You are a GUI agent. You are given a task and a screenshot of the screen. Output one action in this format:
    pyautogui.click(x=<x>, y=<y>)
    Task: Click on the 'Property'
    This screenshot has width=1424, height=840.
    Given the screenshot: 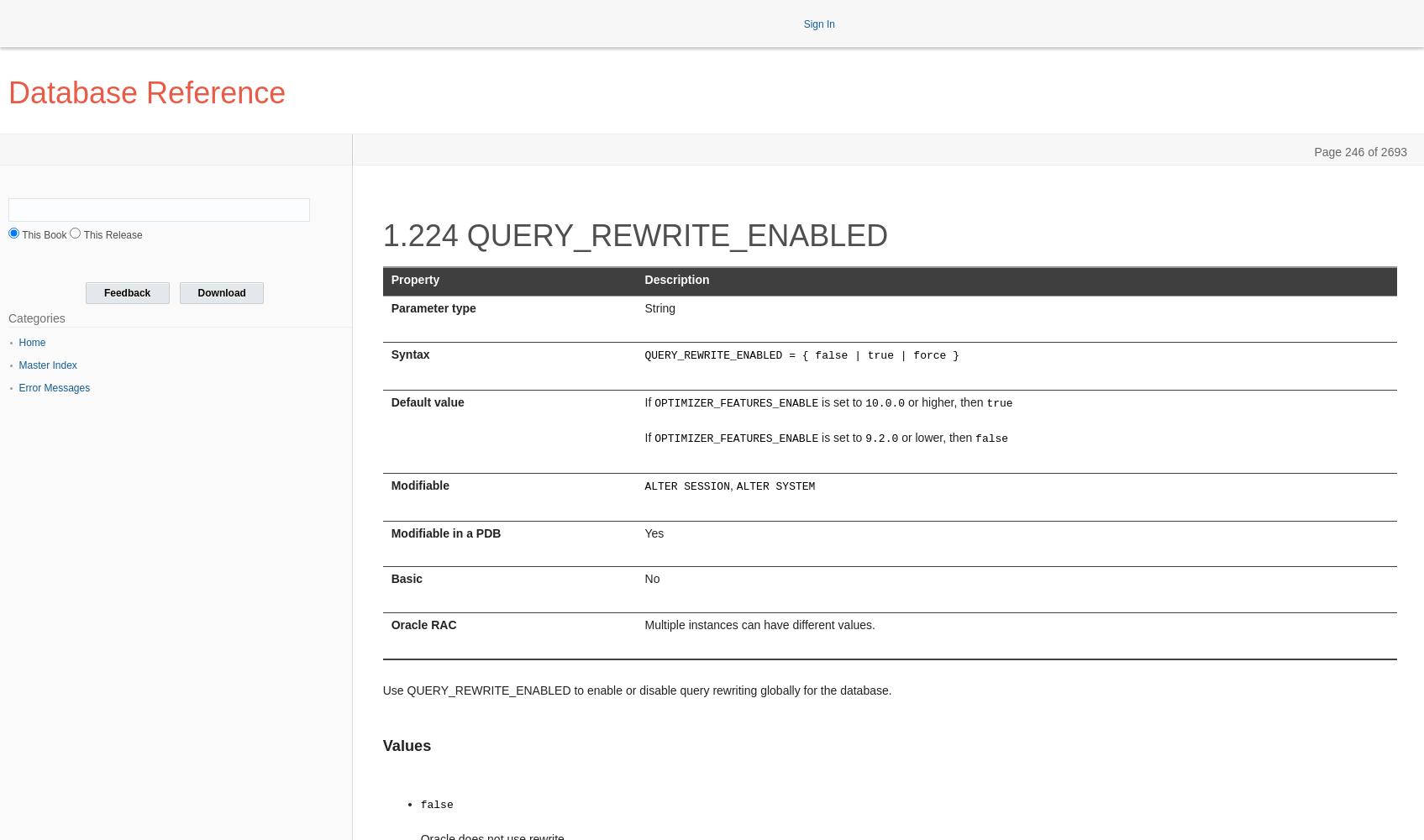 What is the action you would take?
    pyautogui.click(x=413, y=279)
    